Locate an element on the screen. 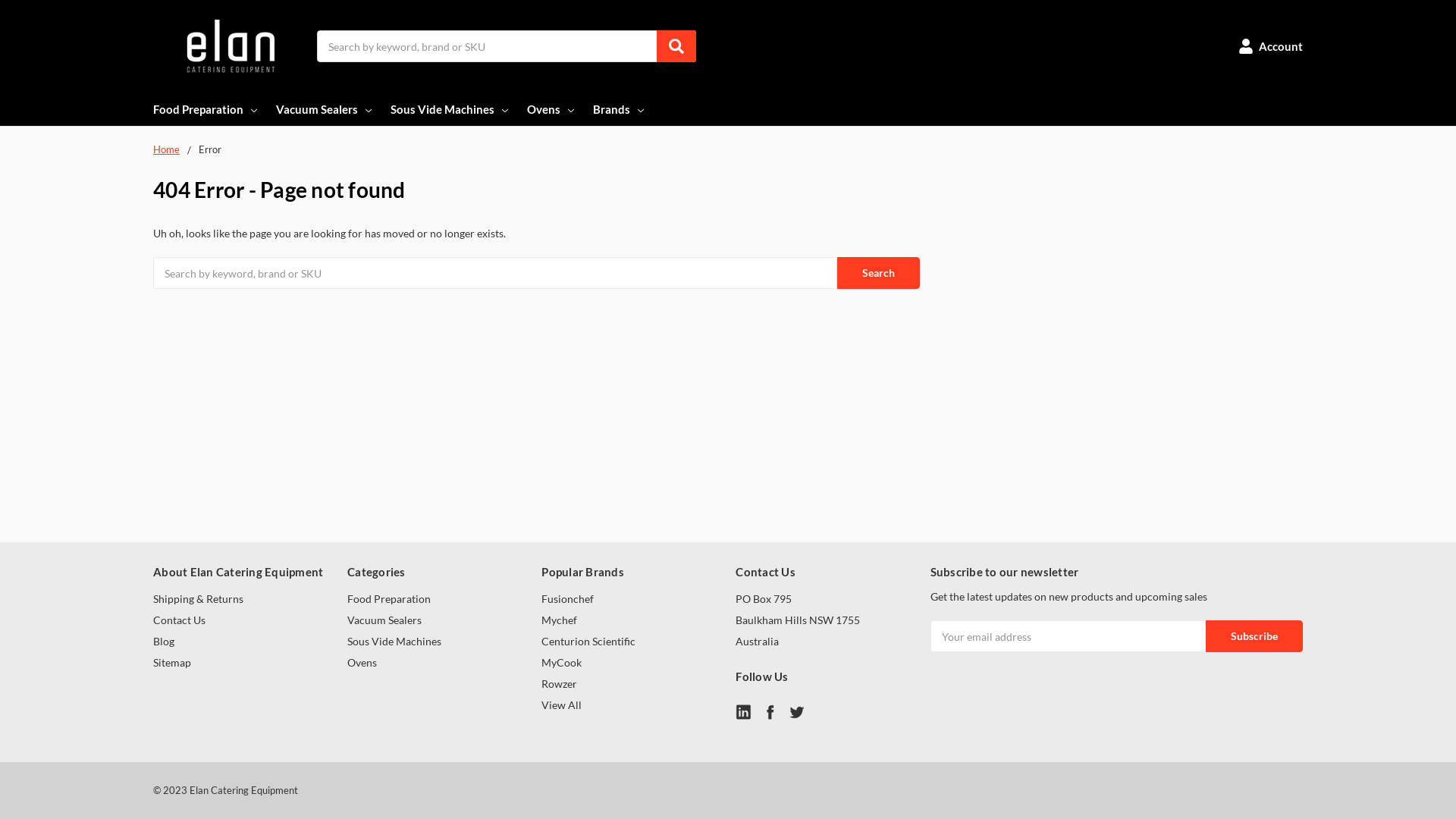  'Brands' is located at coordinates (620, 108).